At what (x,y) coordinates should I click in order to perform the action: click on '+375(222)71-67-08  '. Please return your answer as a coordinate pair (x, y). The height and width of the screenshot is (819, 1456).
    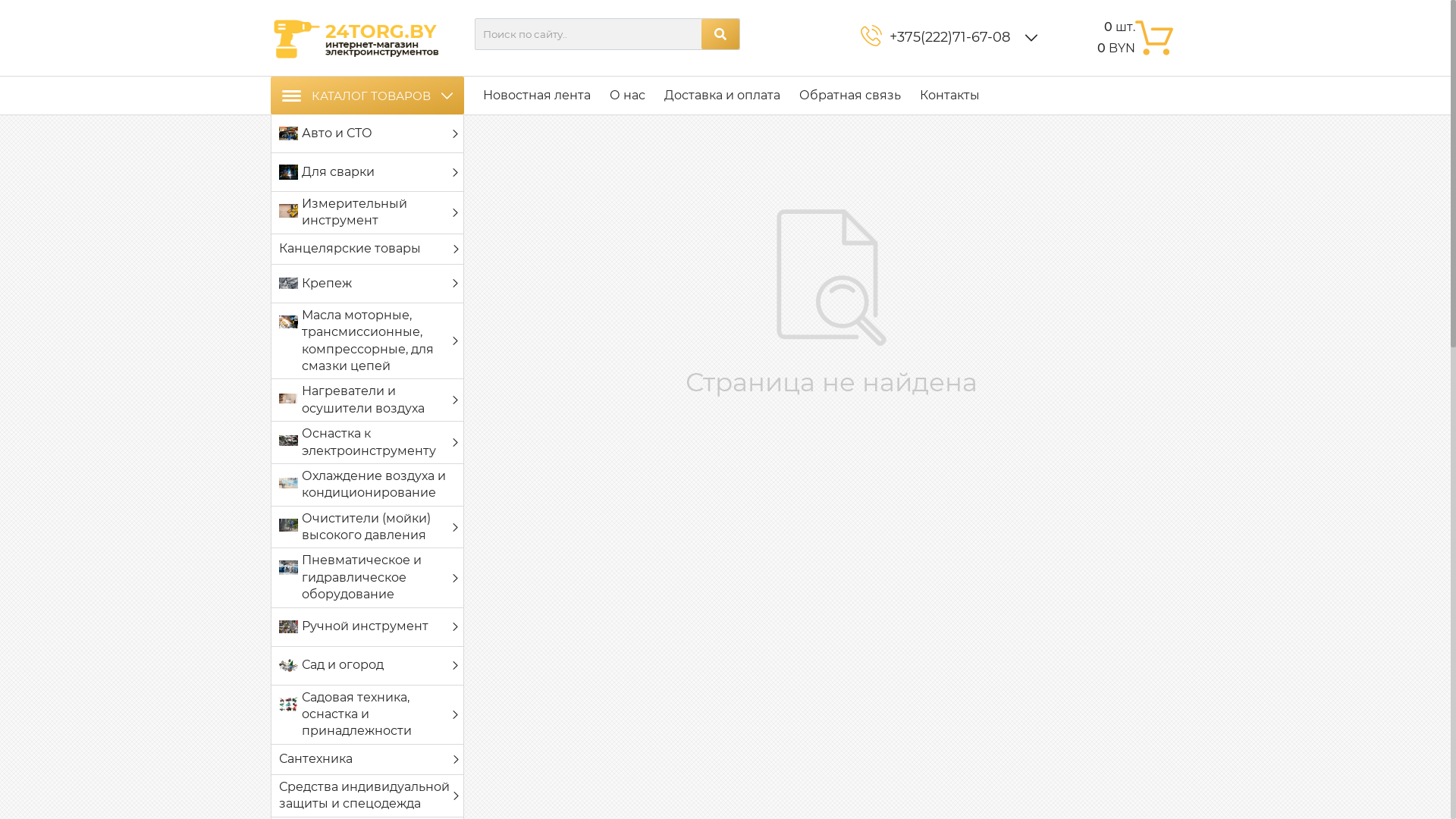
    Looking at the image, I should click on (952, 36).